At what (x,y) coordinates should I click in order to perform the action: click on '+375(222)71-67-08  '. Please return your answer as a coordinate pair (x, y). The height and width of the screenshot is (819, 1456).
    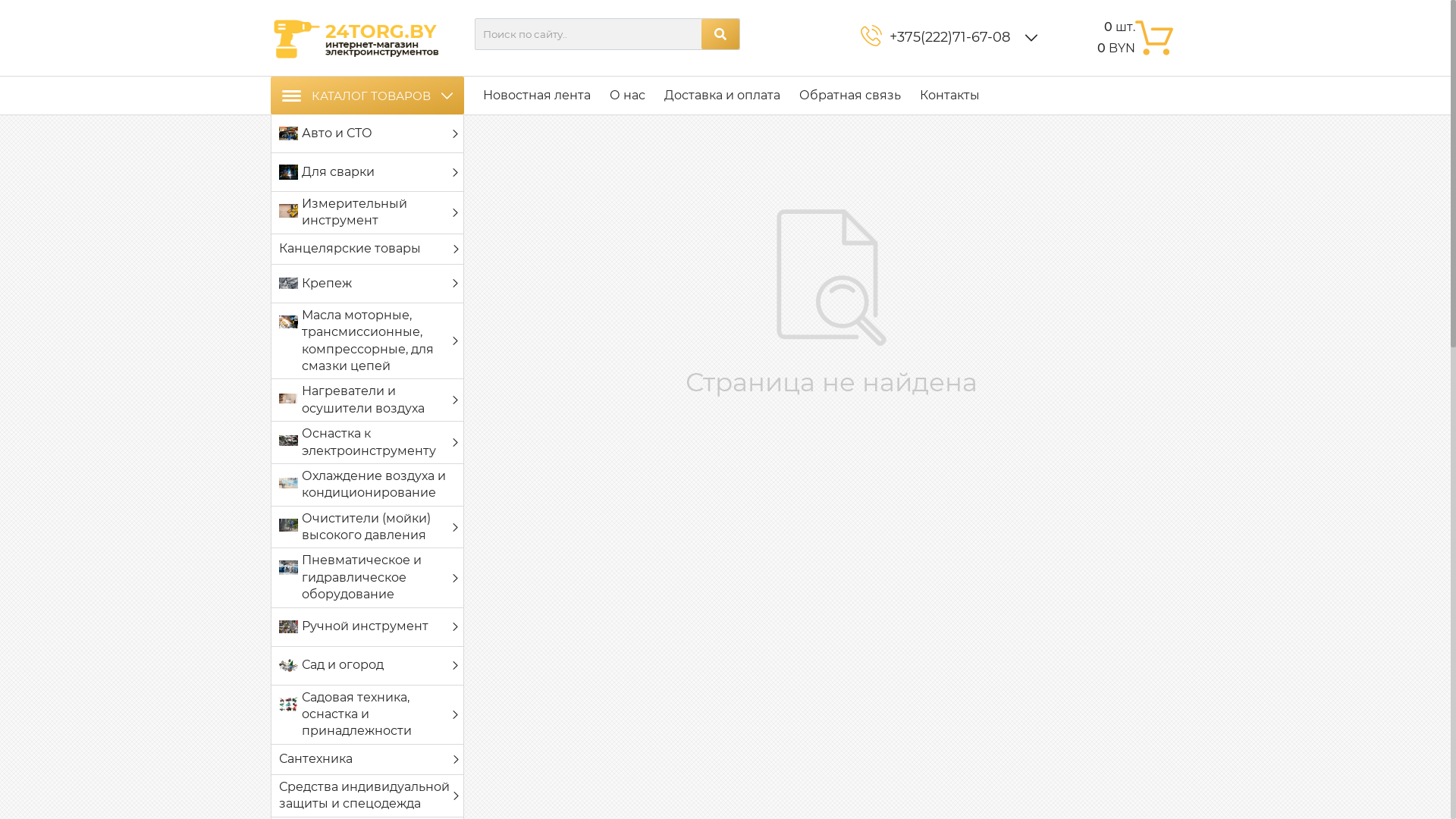
    Looking at the image, I should click on (952, 36).